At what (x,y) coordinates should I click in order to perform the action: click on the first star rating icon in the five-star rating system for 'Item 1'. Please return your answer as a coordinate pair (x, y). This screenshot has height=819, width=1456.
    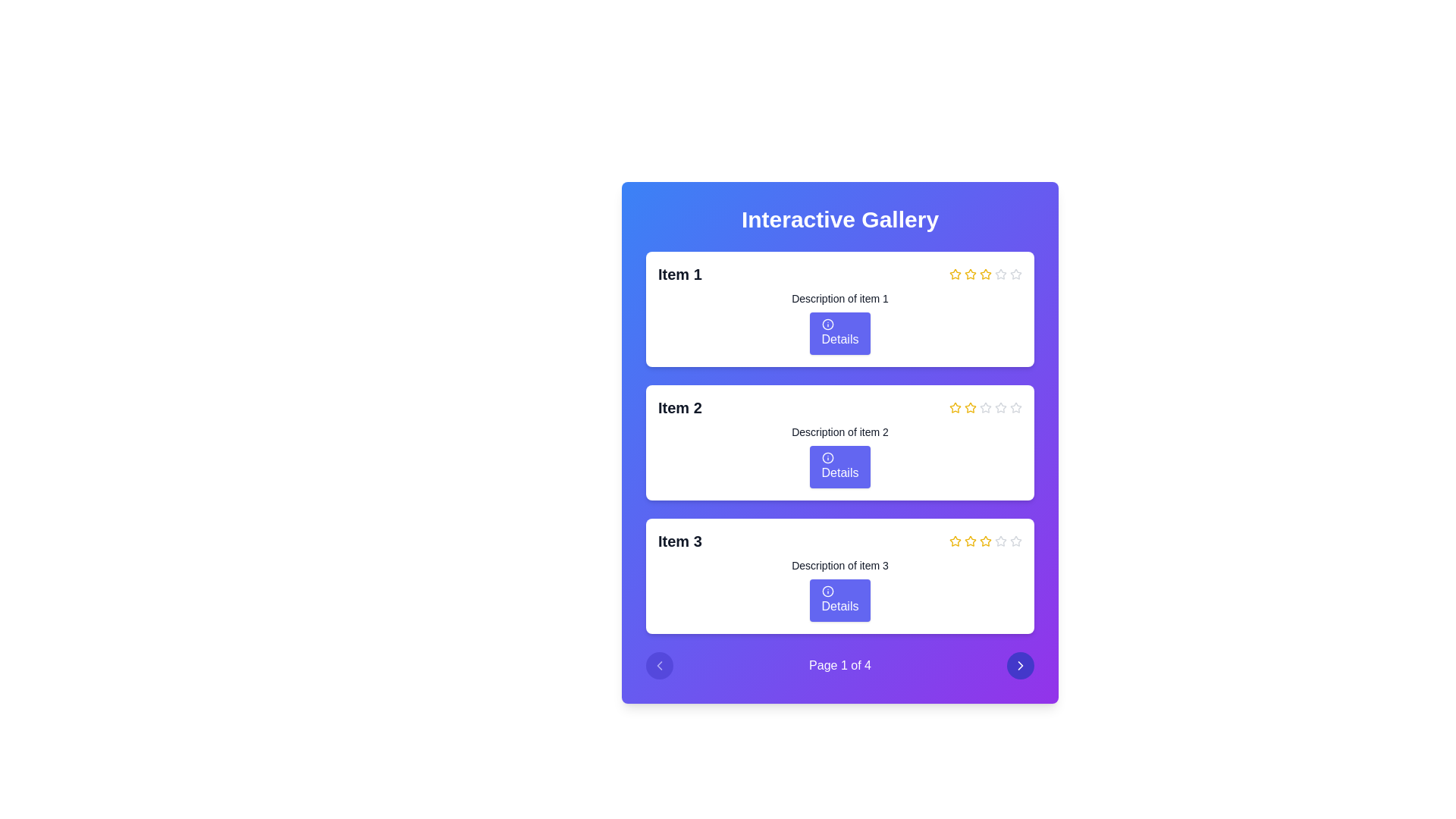
    Looking at the image, I should click on (954, 274).